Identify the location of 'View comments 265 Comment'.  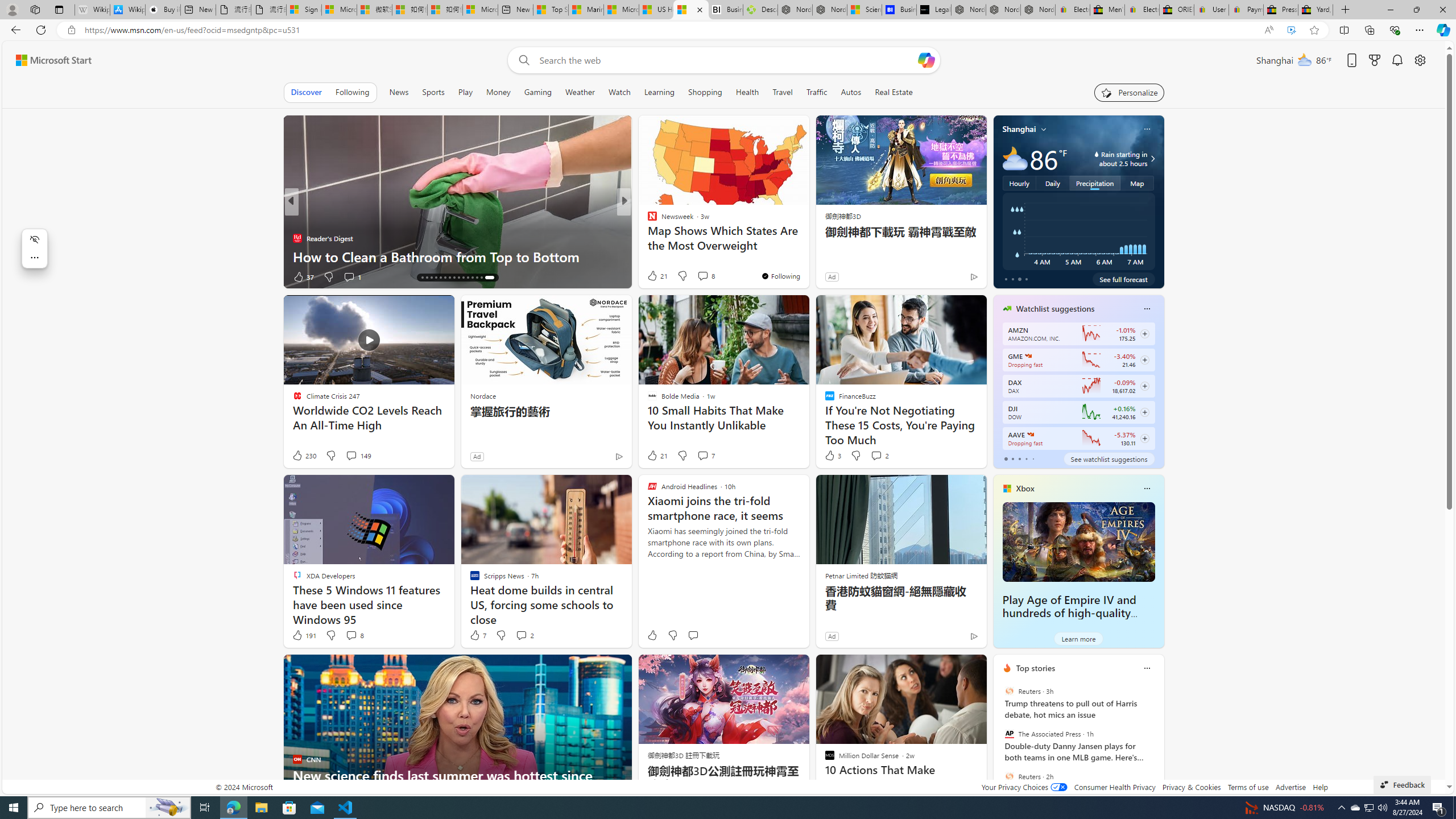
(702, 276).